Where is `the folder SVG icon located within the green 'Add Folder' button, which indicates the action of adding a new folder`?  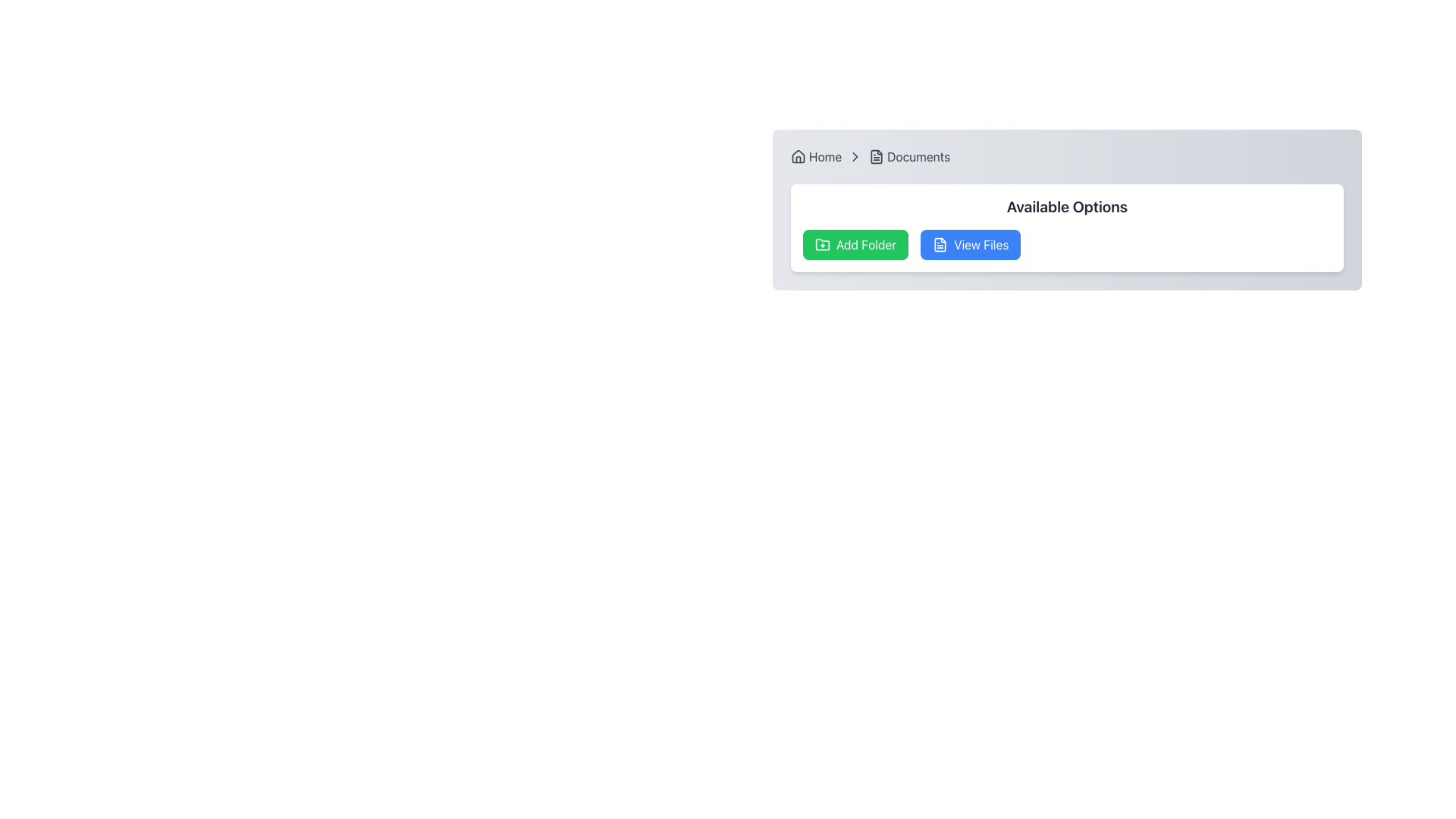 the folder SVG icon located within the green 'Add Folder' button, which indicates the action of adding a new folder is located at coordinates (821, 243).